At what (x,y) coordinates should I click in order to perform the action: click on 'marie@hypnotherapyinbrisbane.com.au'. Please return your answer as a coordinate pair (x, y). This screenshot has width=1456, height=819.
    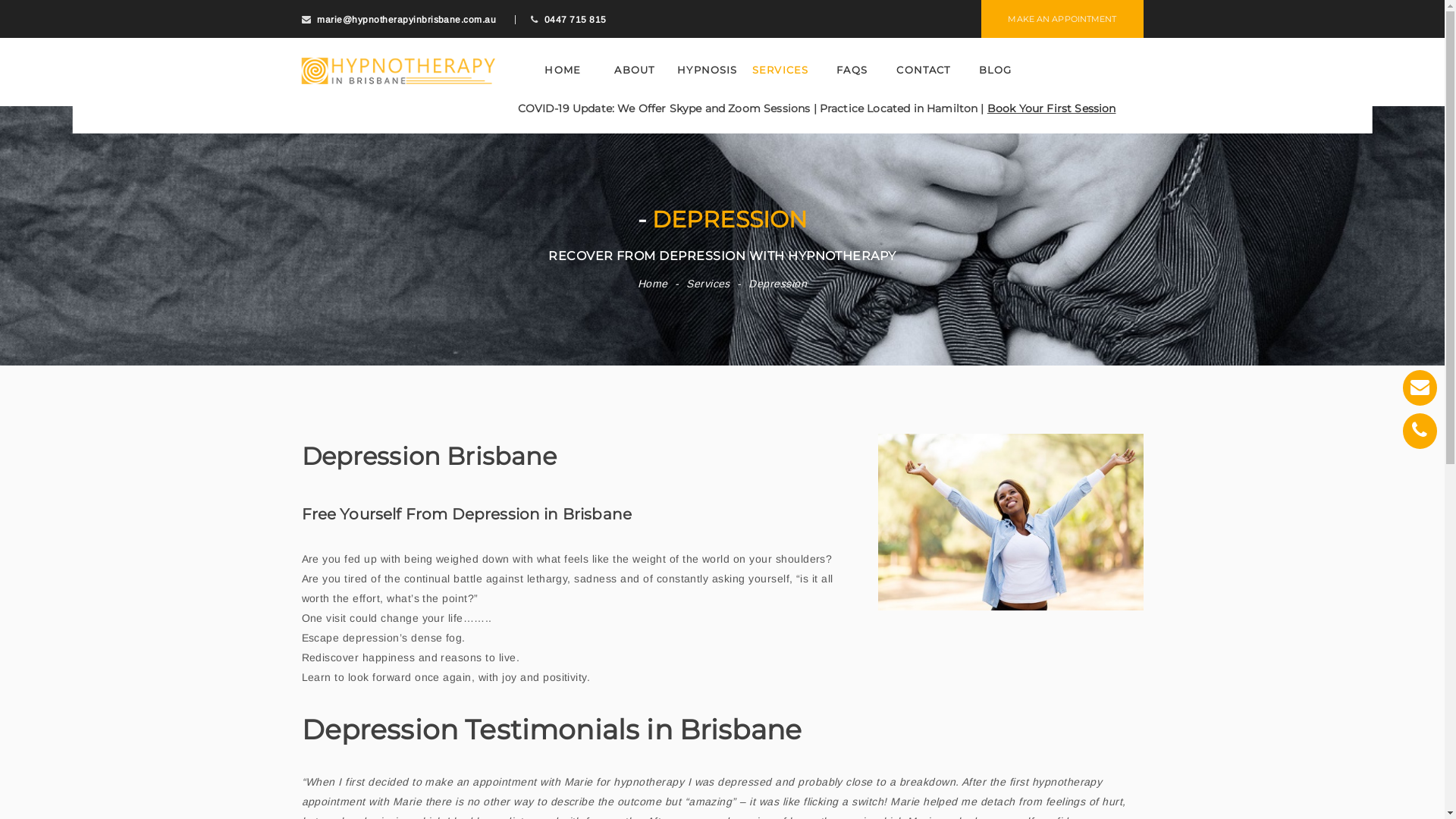
    Looking at the image, I should click on (406, 20).